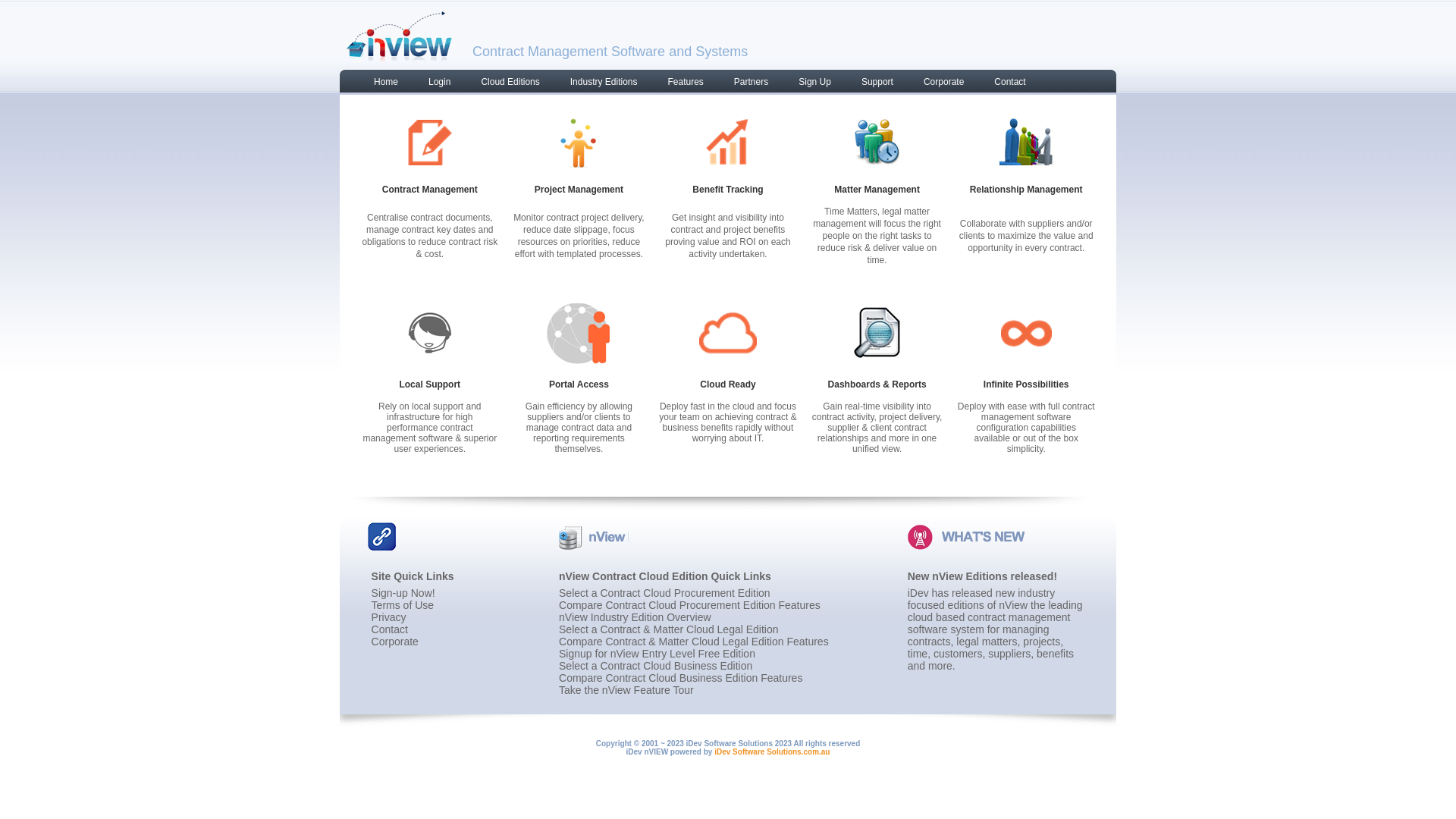 This screenshot has height=819, width=1456. What do you see at coordinates (713, 752) in the screenshot?
I see `'iDev Software Solutions.com.au'` at bounding box center [713, 752].